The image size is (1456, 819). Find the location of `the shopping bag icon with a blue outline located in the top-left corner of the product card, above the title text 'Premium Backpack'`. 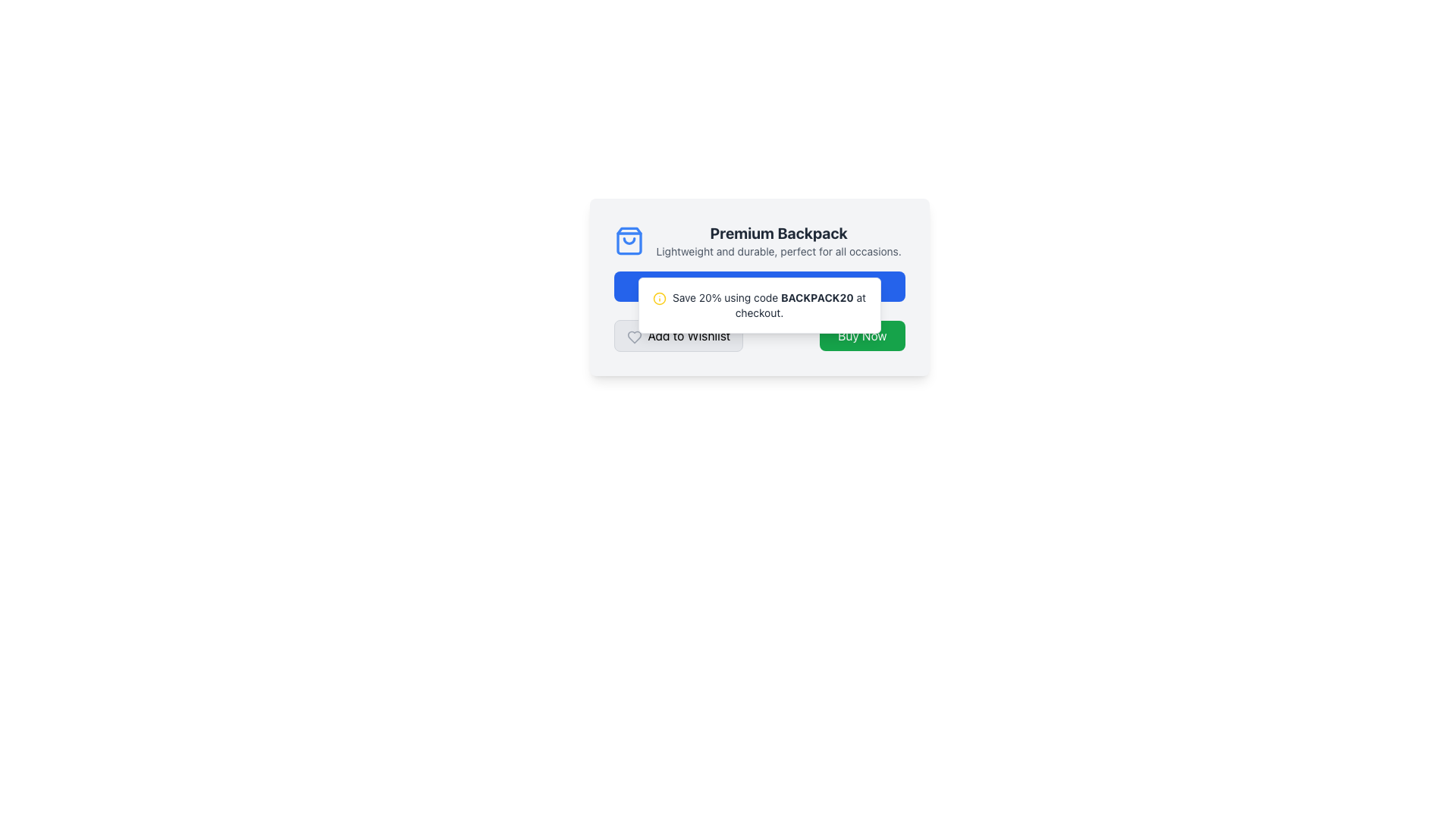

the shopping bag icon with a blue outline located in the top-left corner of the product card, above the title text 'Premium Backpack' is located at coordinates (629, 240).